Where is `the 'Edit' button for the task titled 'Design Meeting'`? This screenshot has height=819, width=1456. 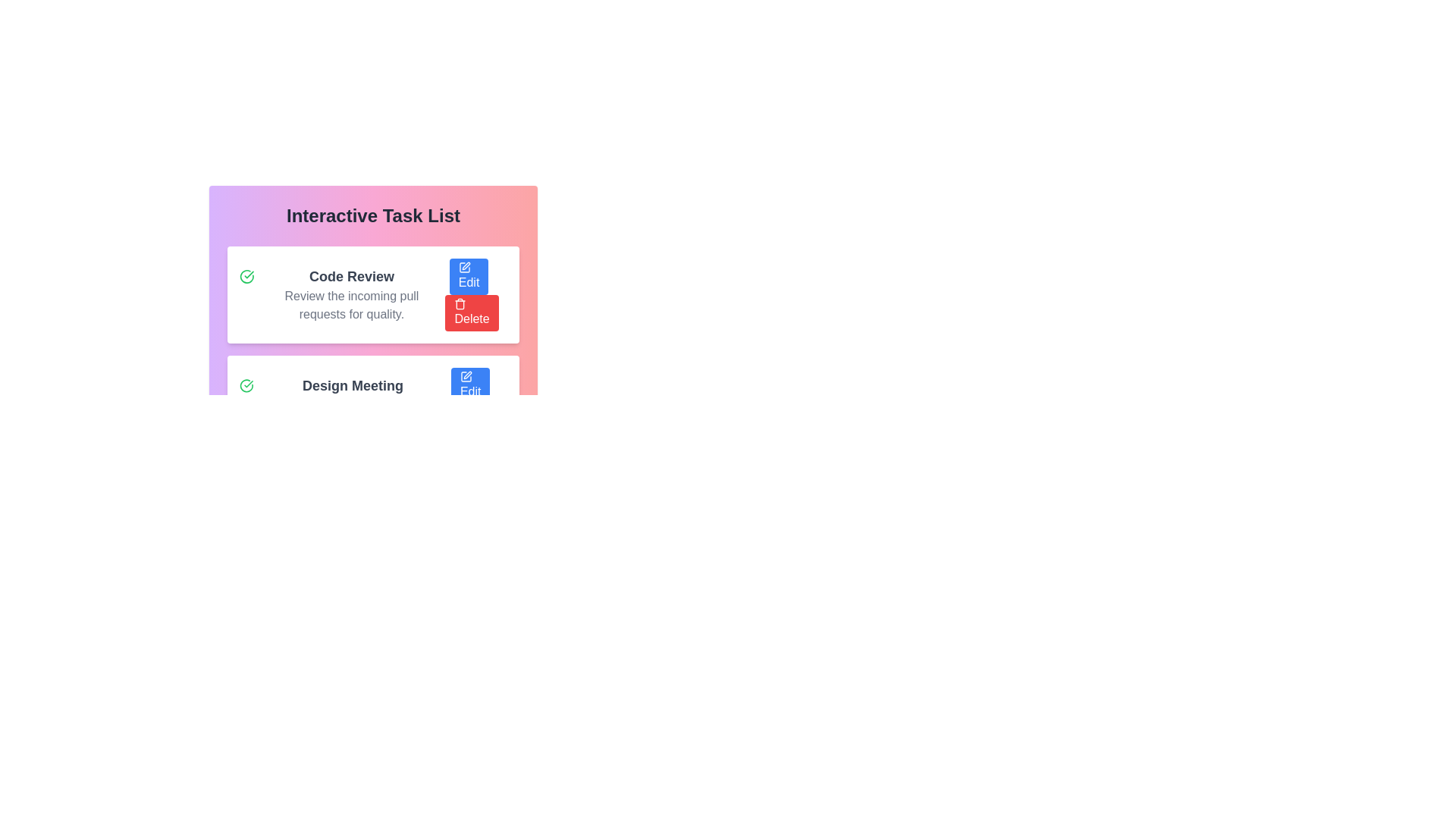
the 'Edit' button for the task titled 'Design Meeting' is located at coordinates (469, 385).